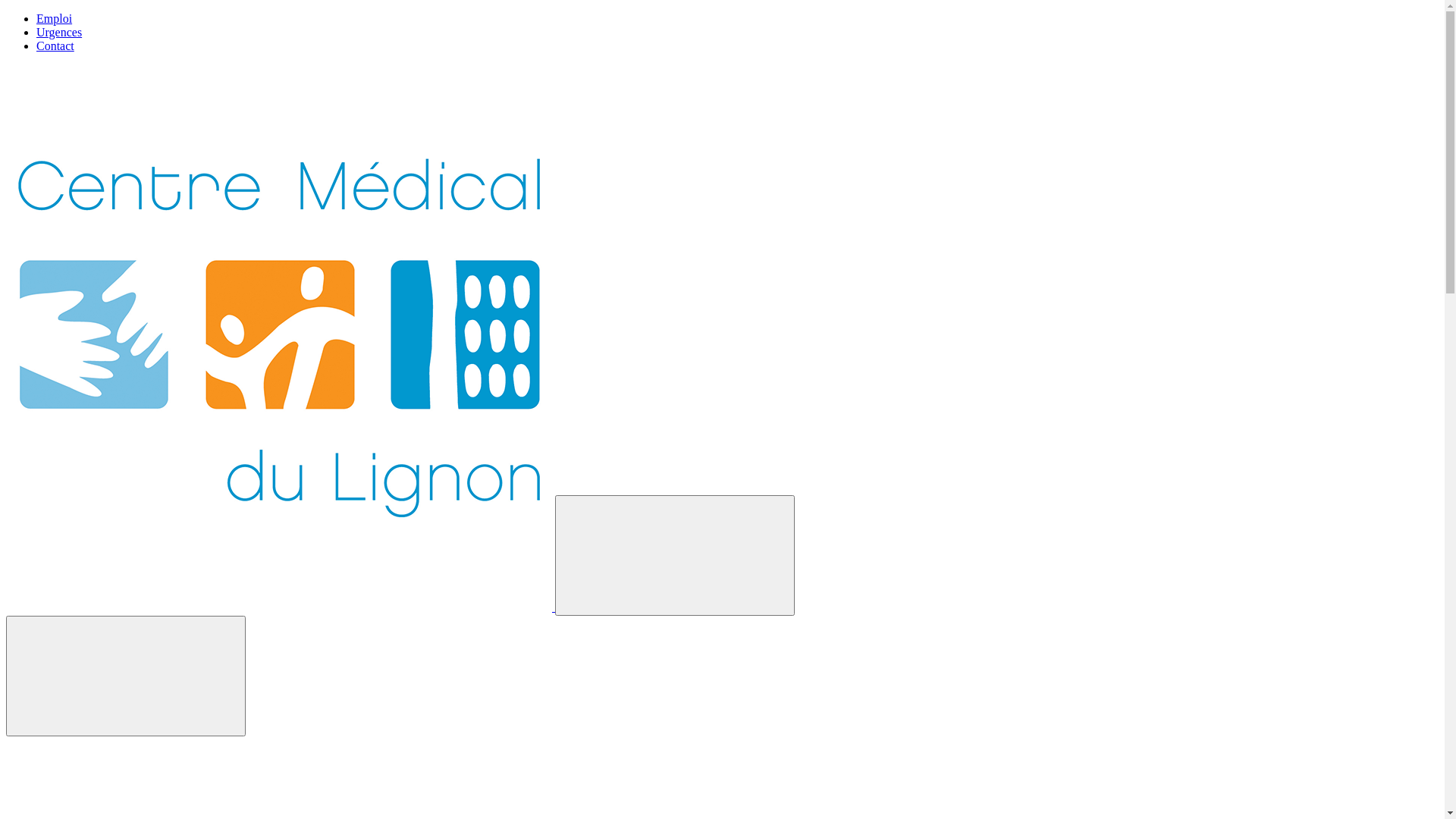 The image size is (1456, 819). What do you see at coordinates (58, 32) in the screenshot?
I see `'Urgences'` at bounding box center [58, 32].